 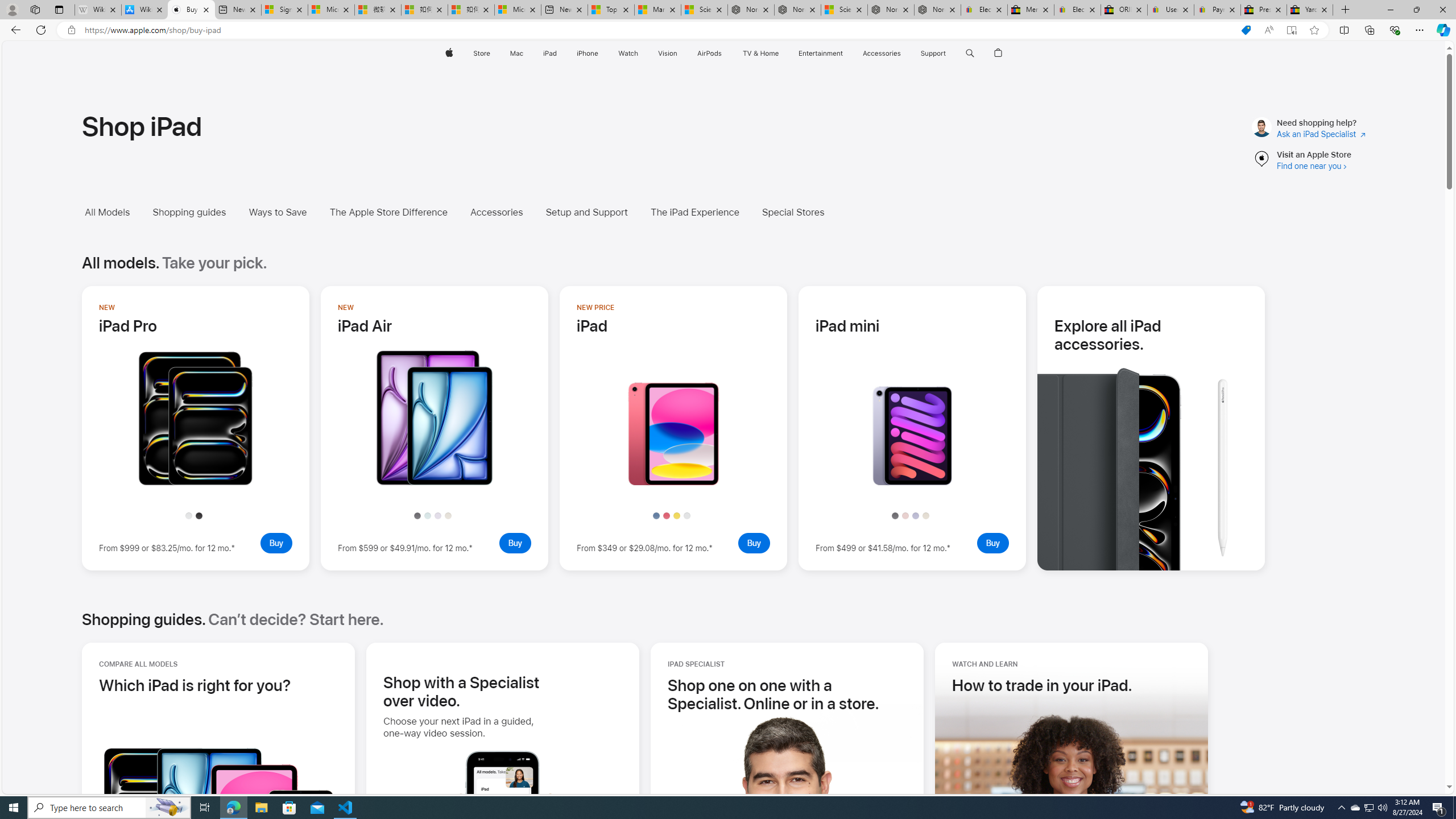 I want to click on 'Class: globalnav-item globalnav-search shift-0-1', so click(x=970, y=53).